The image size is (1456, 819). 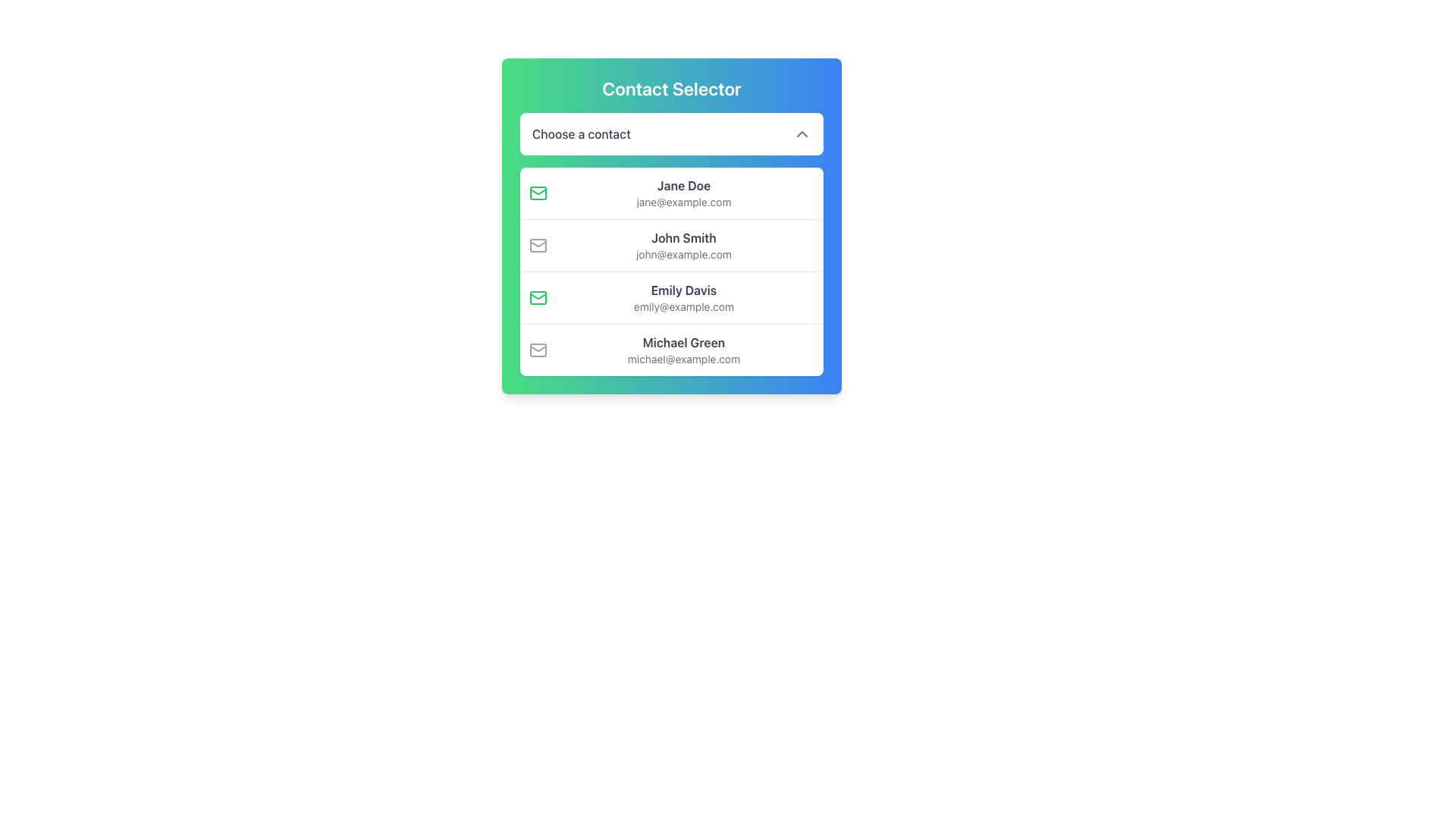 What do you see at coordinates (683, 245) in the screenshot?
I see `the Text Display containing the name 'John Smith' and email 'john@example.com' in the contact list under 'Contact Selector'` at bounding box center [683, 245].